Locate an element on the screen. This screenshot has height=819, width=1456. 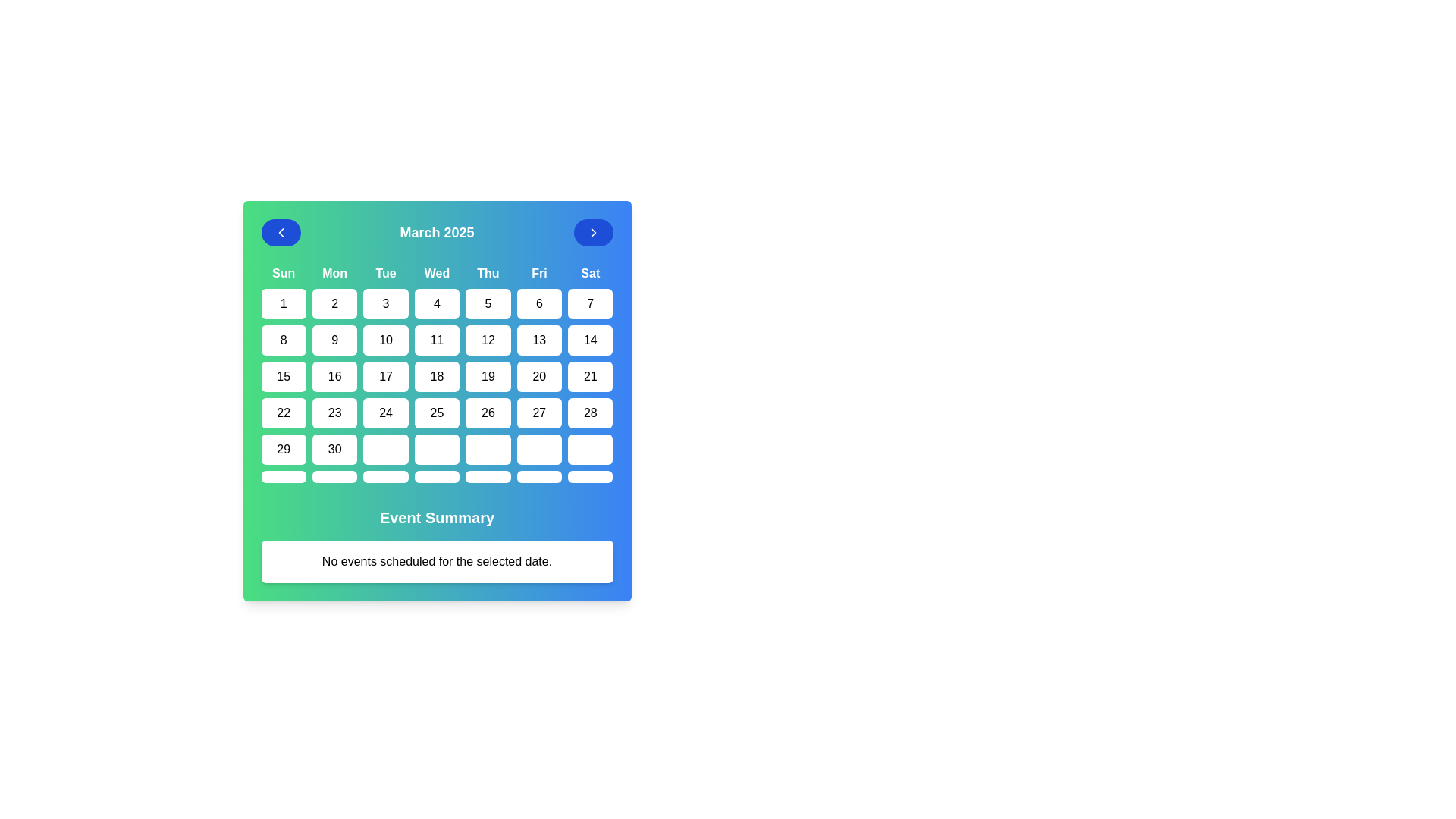
the button that allows users to select the 14th day of the month in the calendar interface is located at coordinates (589, 339).